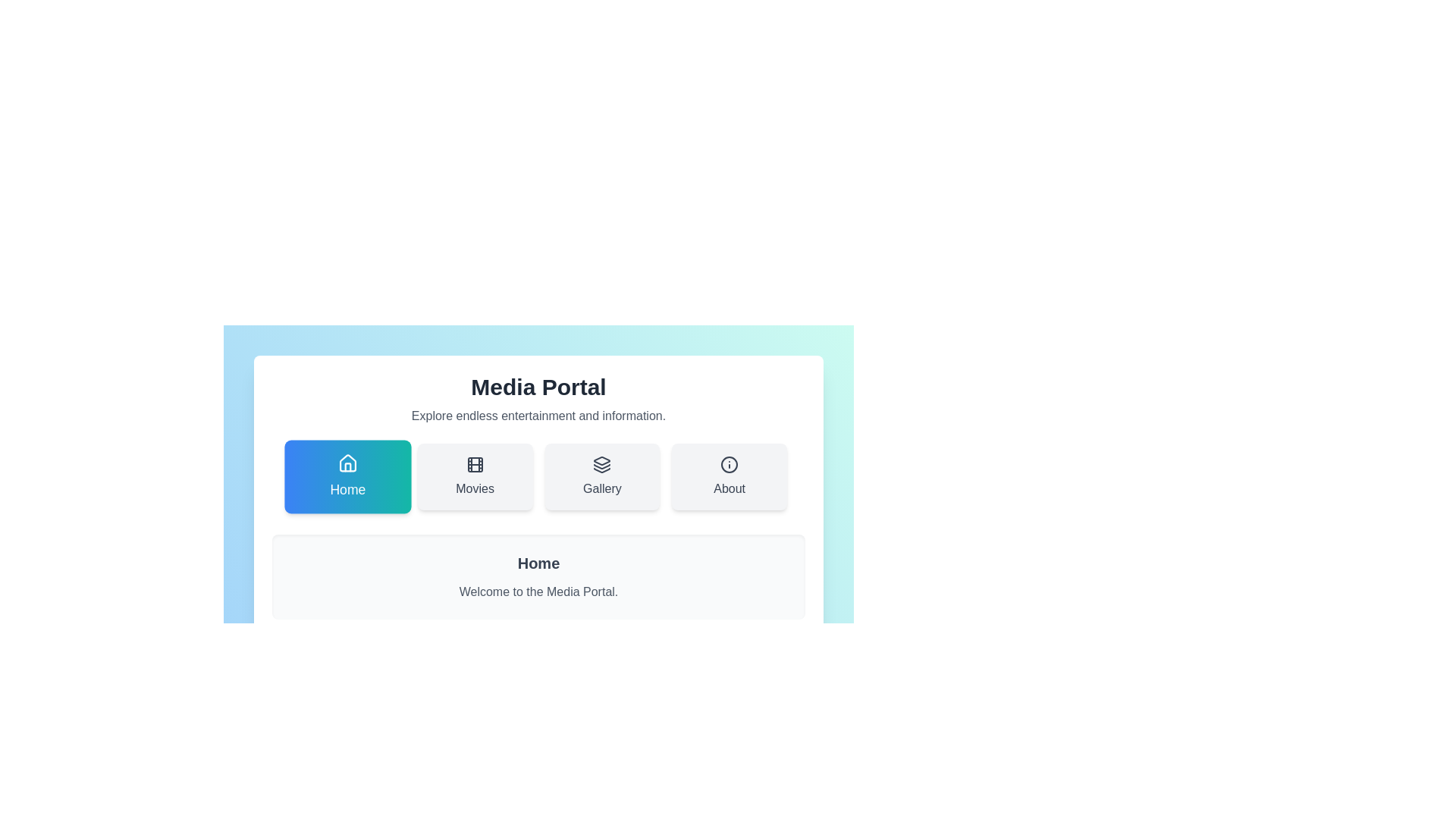 The height and width of the screenshot is (819, 1456). What do you see at coordinates (601, 464) in the screenshot?
I see `the Icon element representing layered sheets, part of the 'Gallery' button, for accessibility tools` at bounding box center [601, 464].